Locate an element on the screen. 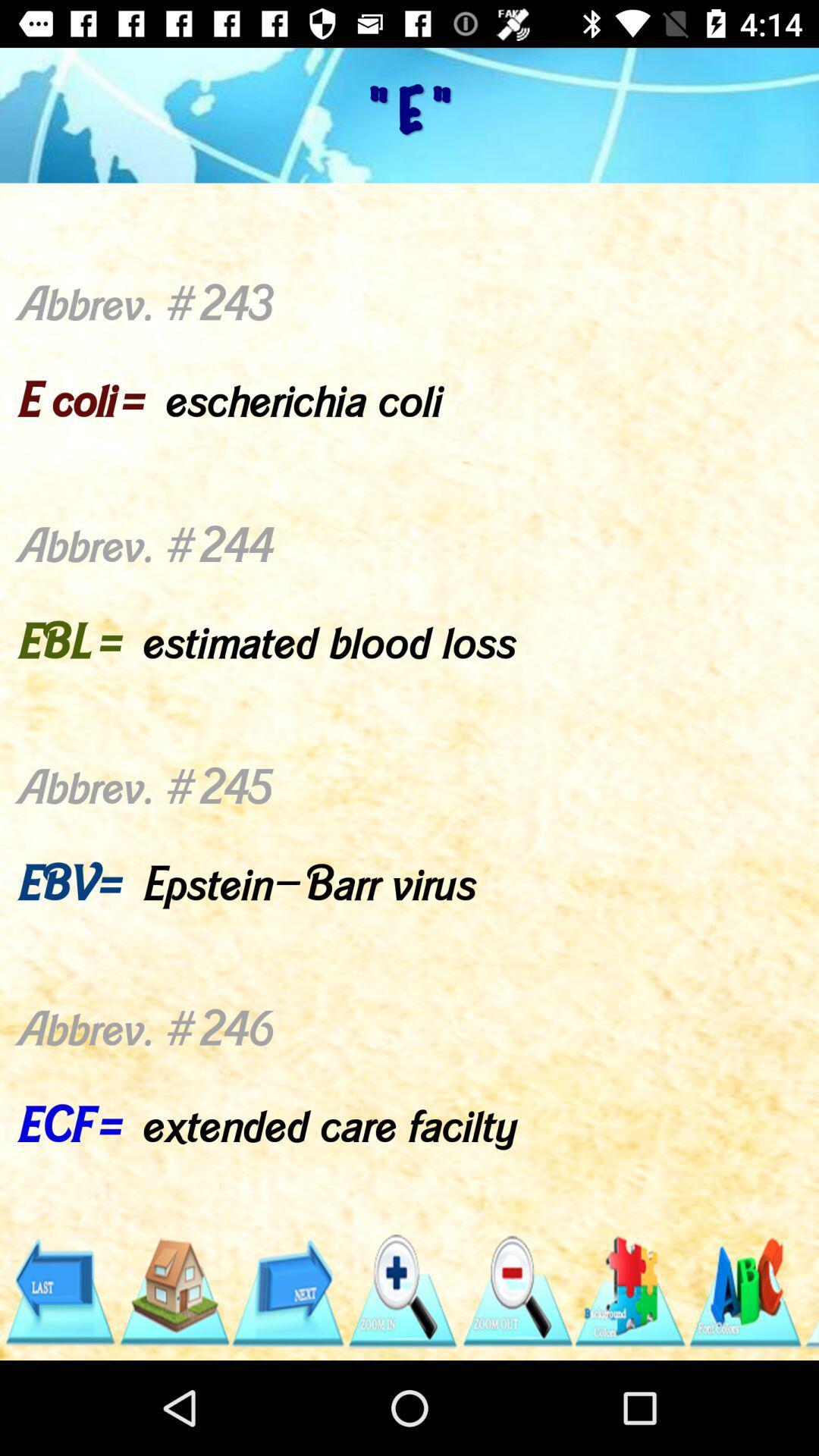 The width and height of the screenshot is (819, 1456). the icon below the abbrev 	243	 	e is located at coordinates (173, 1291).